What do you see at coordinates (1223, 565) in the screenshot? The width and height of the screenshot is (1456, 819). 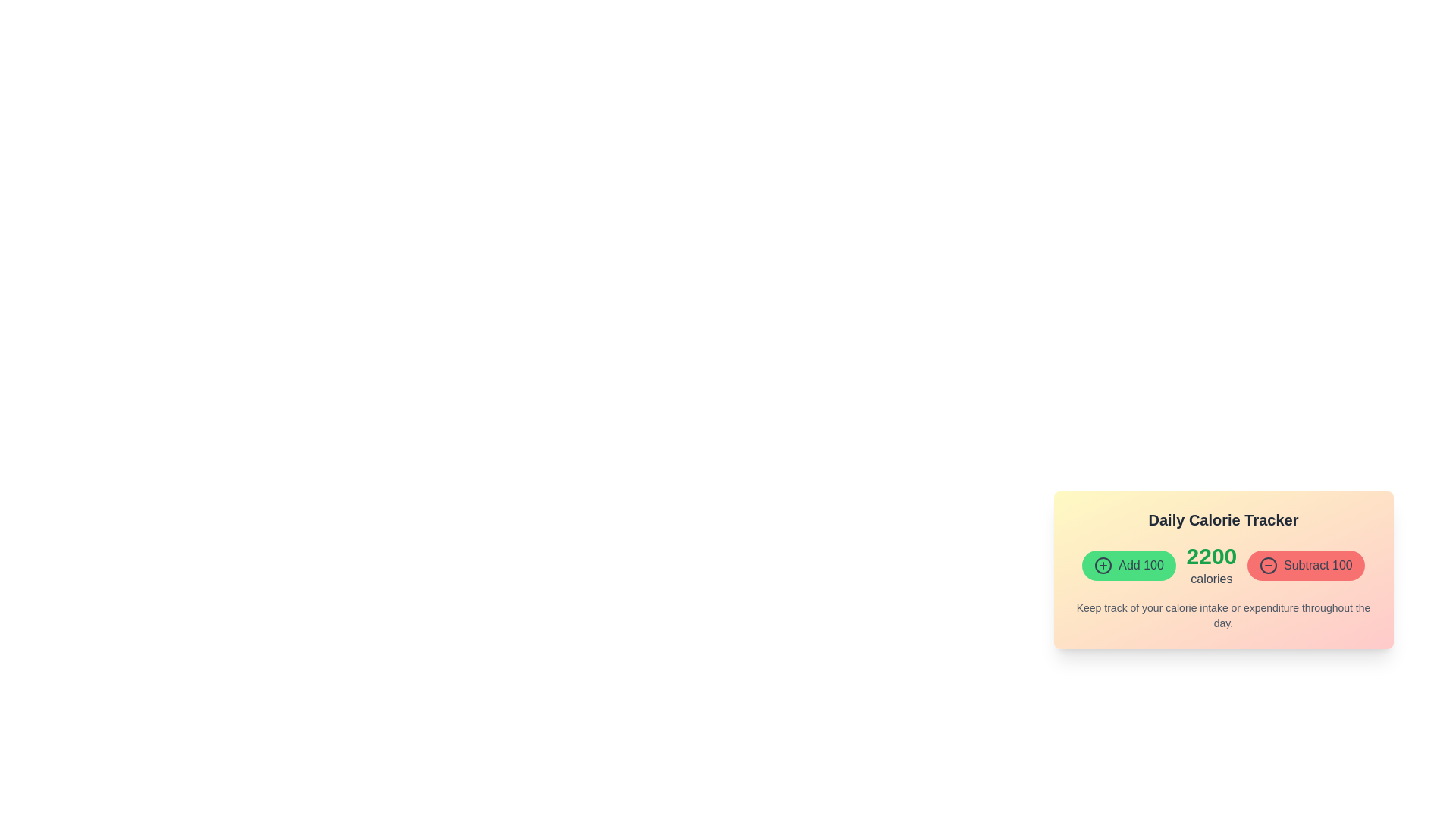 I see `the Text Display element that shows a calorie count of '2200' in bold green font, located between the 'Add 100' and 'Subtract 100' buttons in the 'Daily Calorie Tracker'` at bounding box center [1223, 565].